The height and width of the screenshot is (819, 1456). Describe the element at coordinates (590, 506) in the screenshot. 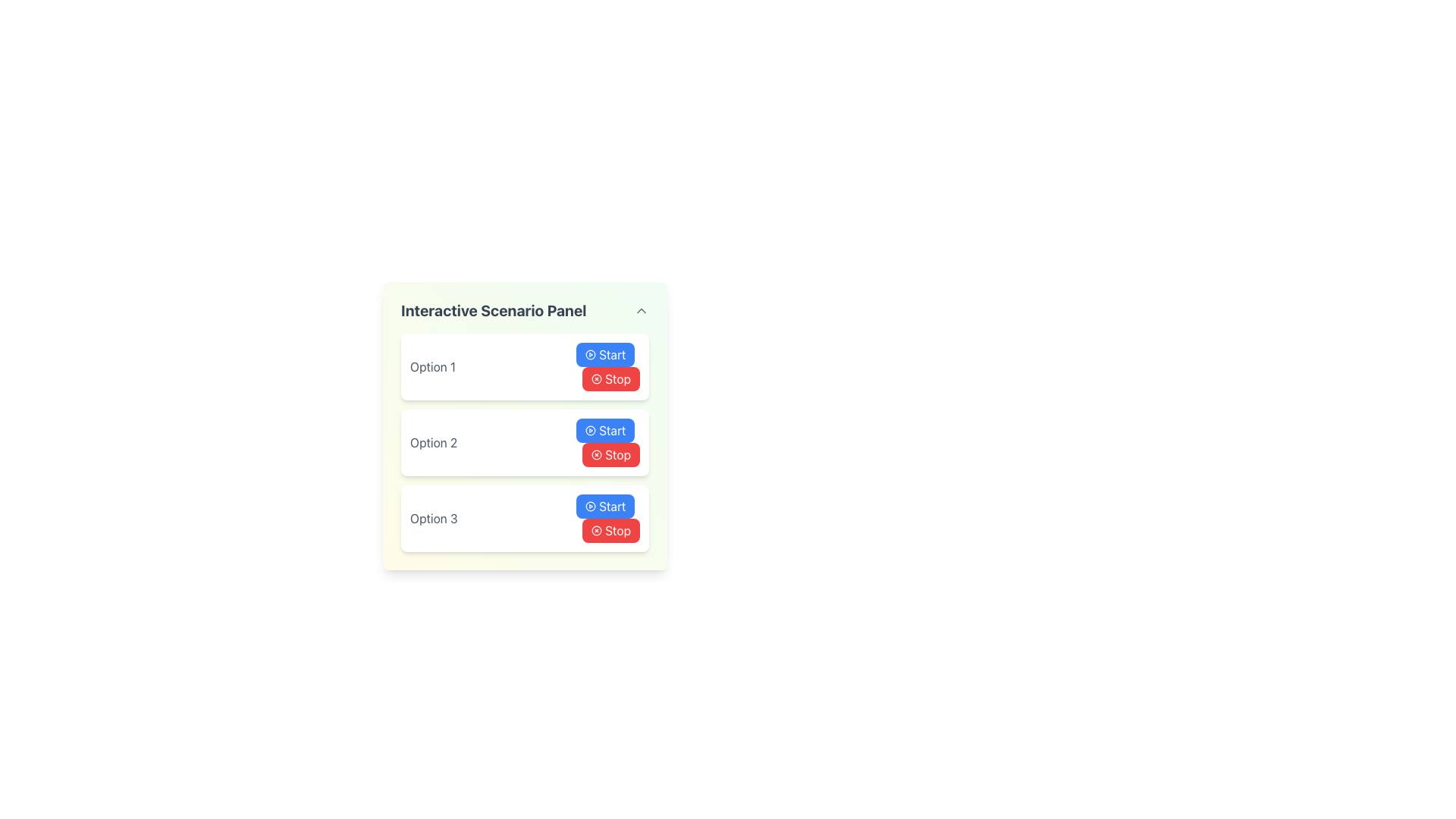

I see `the Circular Icon Component that indicates the play function for the 'Start' button adjacent to 'Option 3' in the control panel` at that location.